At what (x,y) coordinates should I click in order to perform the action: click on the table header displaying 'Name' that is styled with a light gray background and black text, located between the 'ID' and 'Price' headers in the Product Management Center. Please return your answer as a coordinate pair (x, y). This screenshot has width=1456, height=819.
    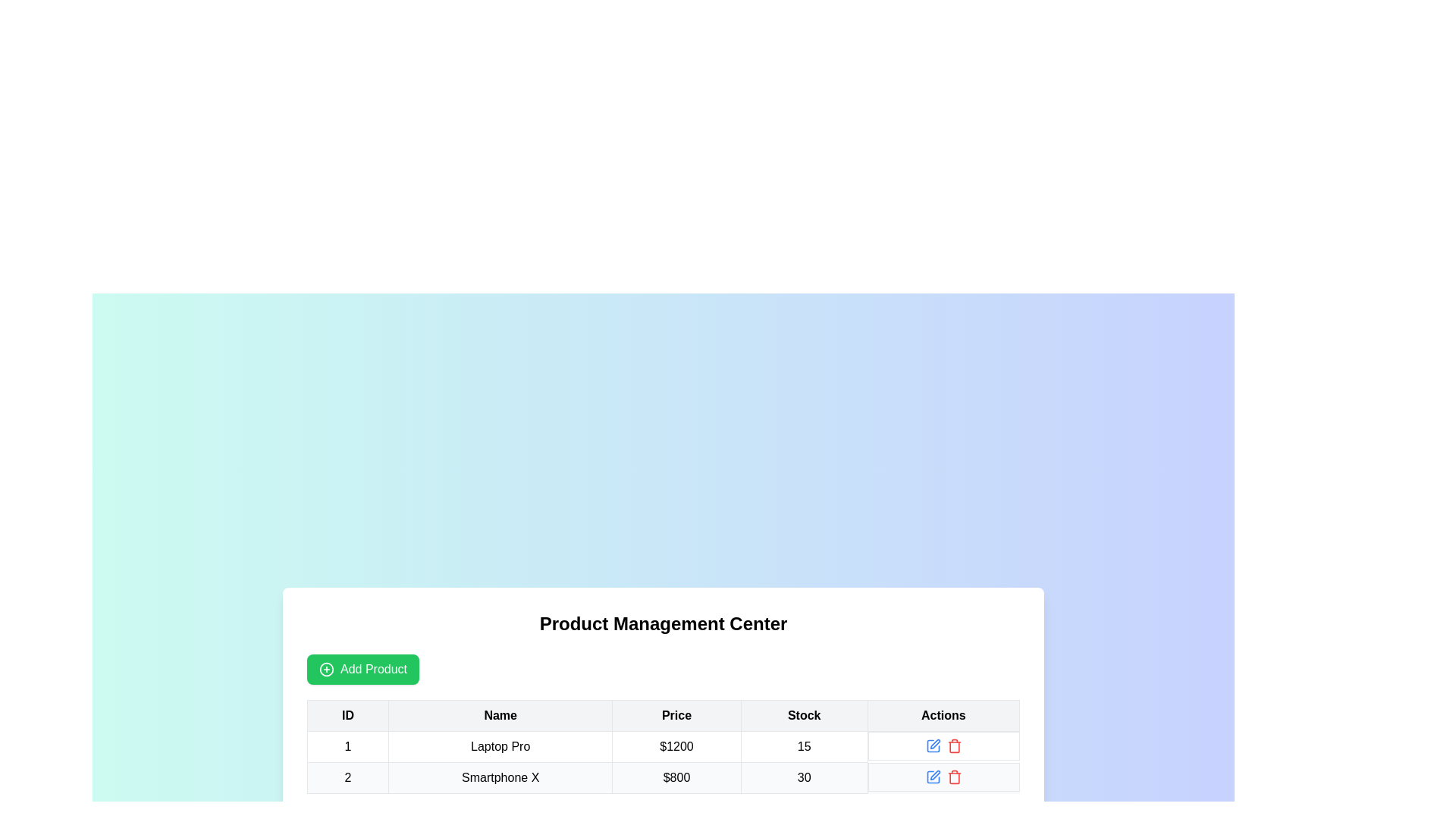
    Looking at the image, I should click on (500, 716).